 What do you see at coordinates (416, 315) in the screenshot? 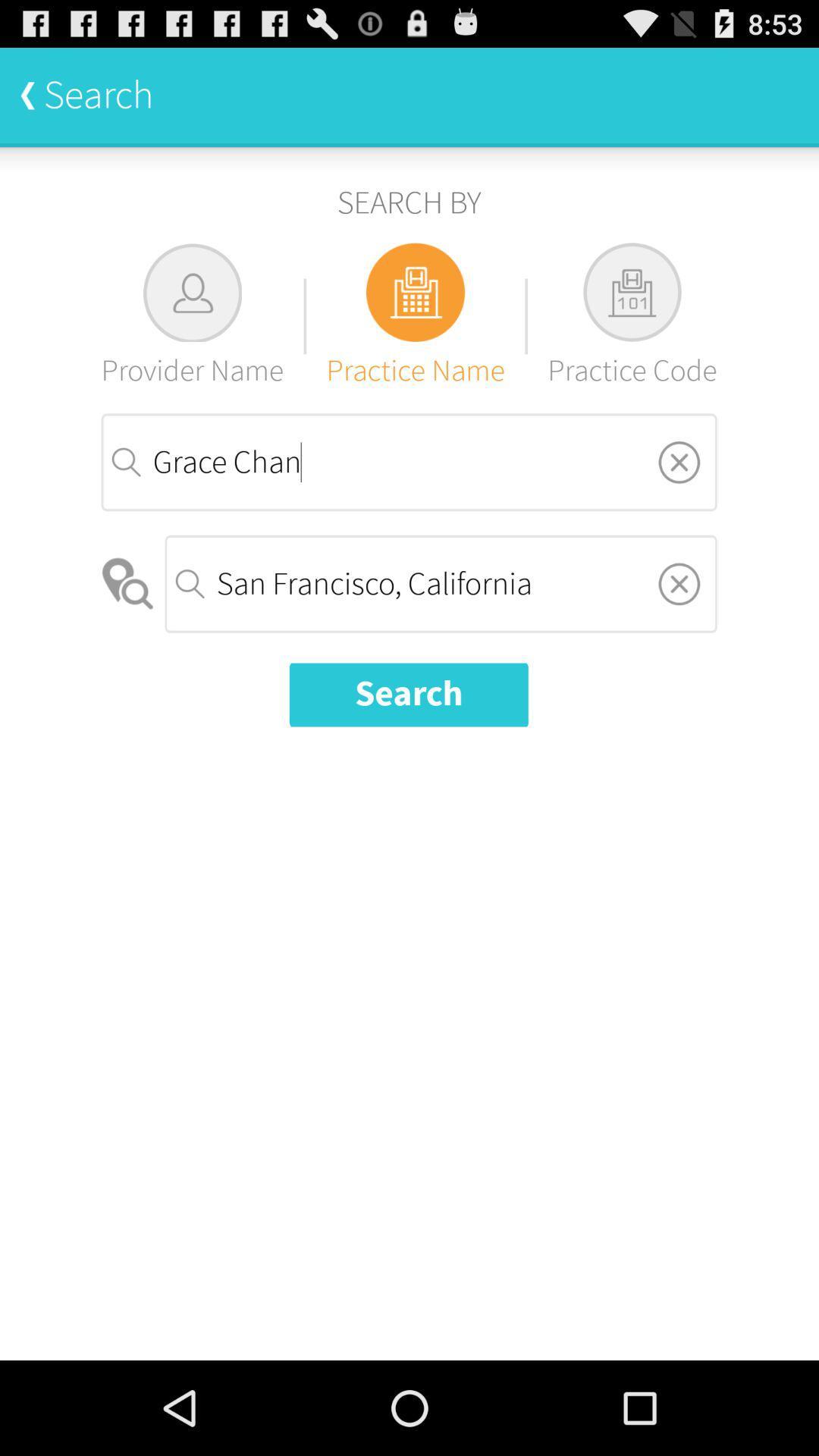
I see `the icon below the search by item` at bounding box center [416, 315].